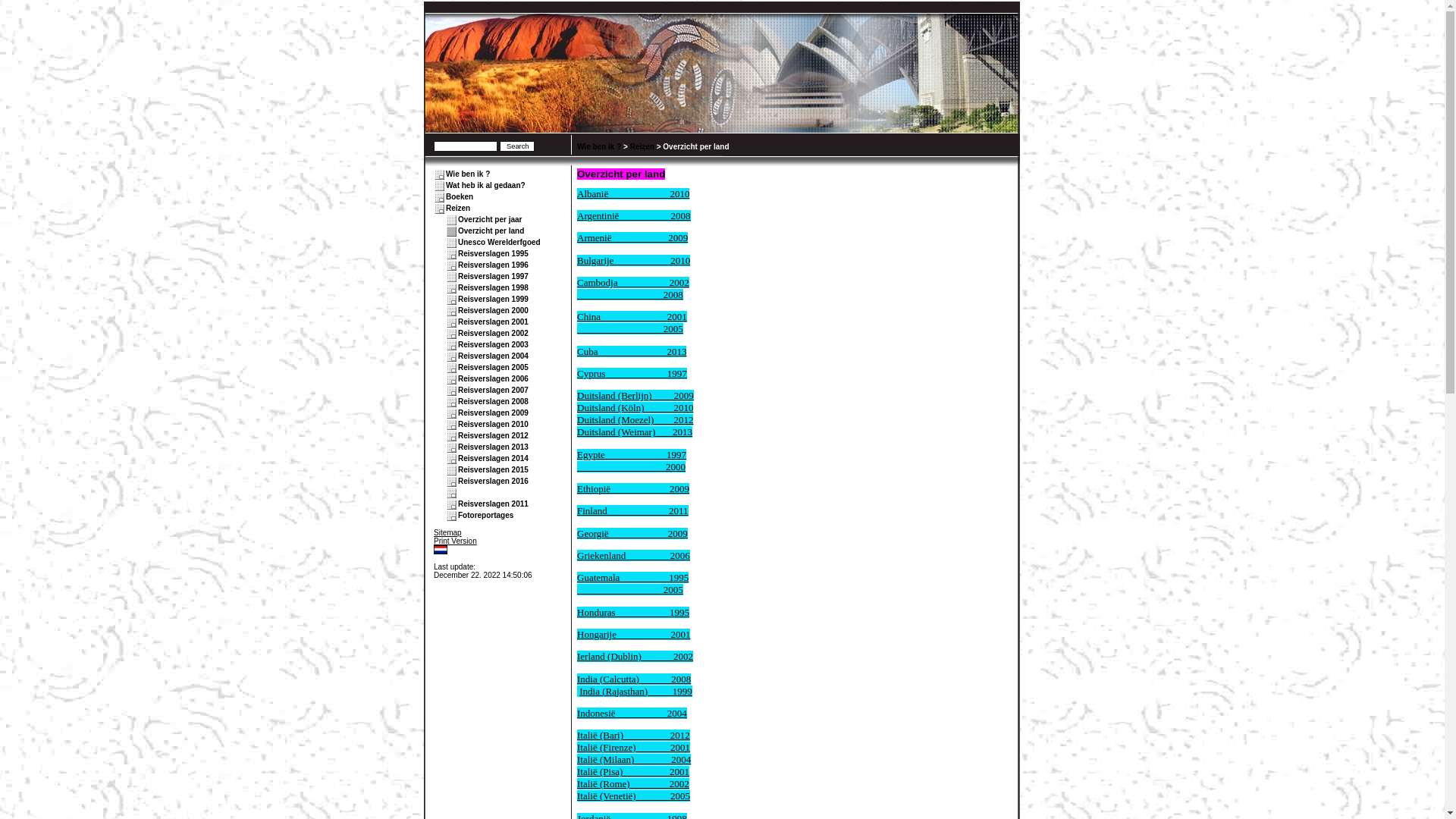  Describe the element at coordinates (633, 611) in the screenshot. I see `'Honduras                      1995'` at that location.